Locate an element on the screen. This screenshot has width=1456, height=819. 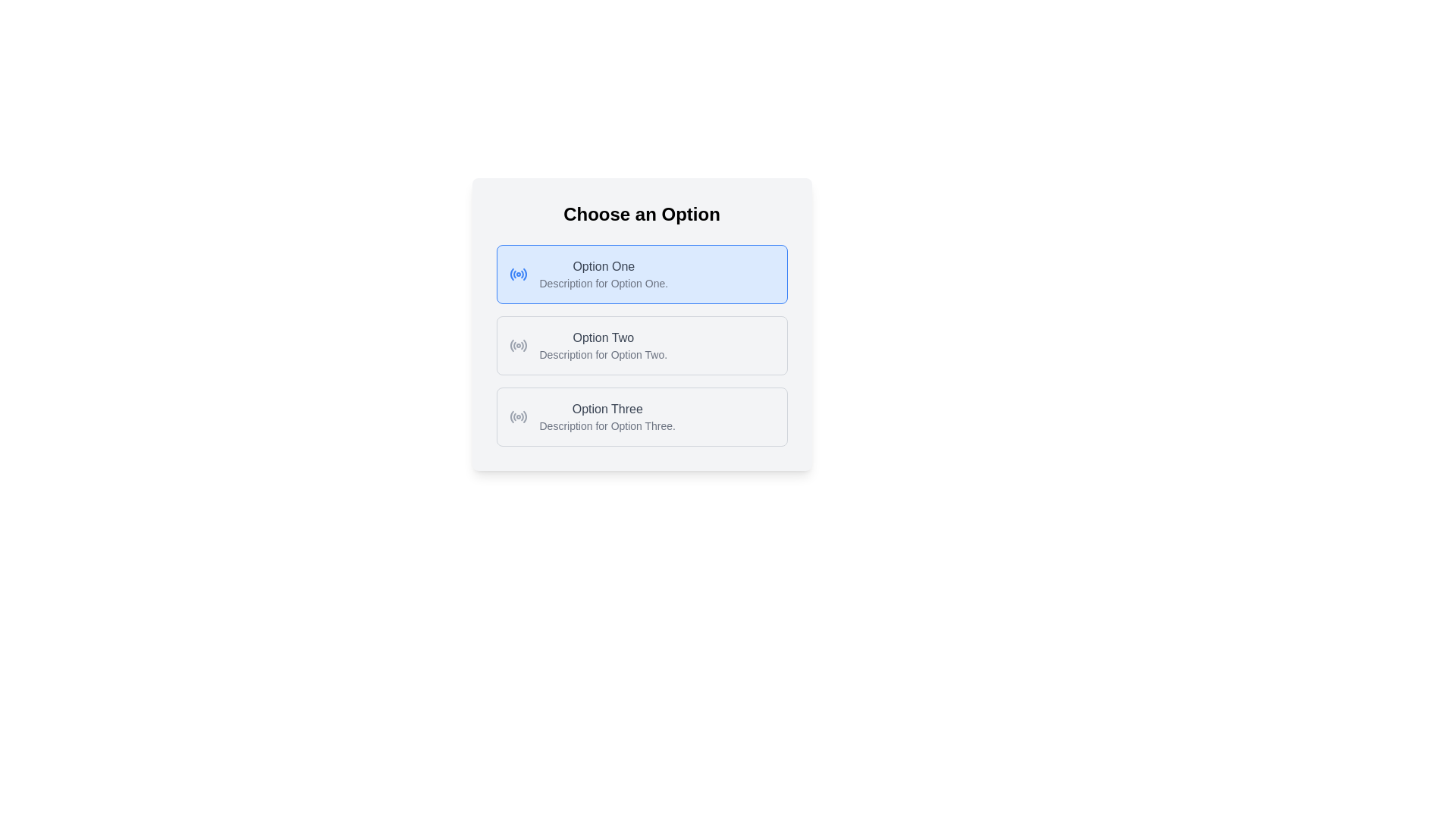
the radio button for 'Option Three' is located at coordinates (518, 417).